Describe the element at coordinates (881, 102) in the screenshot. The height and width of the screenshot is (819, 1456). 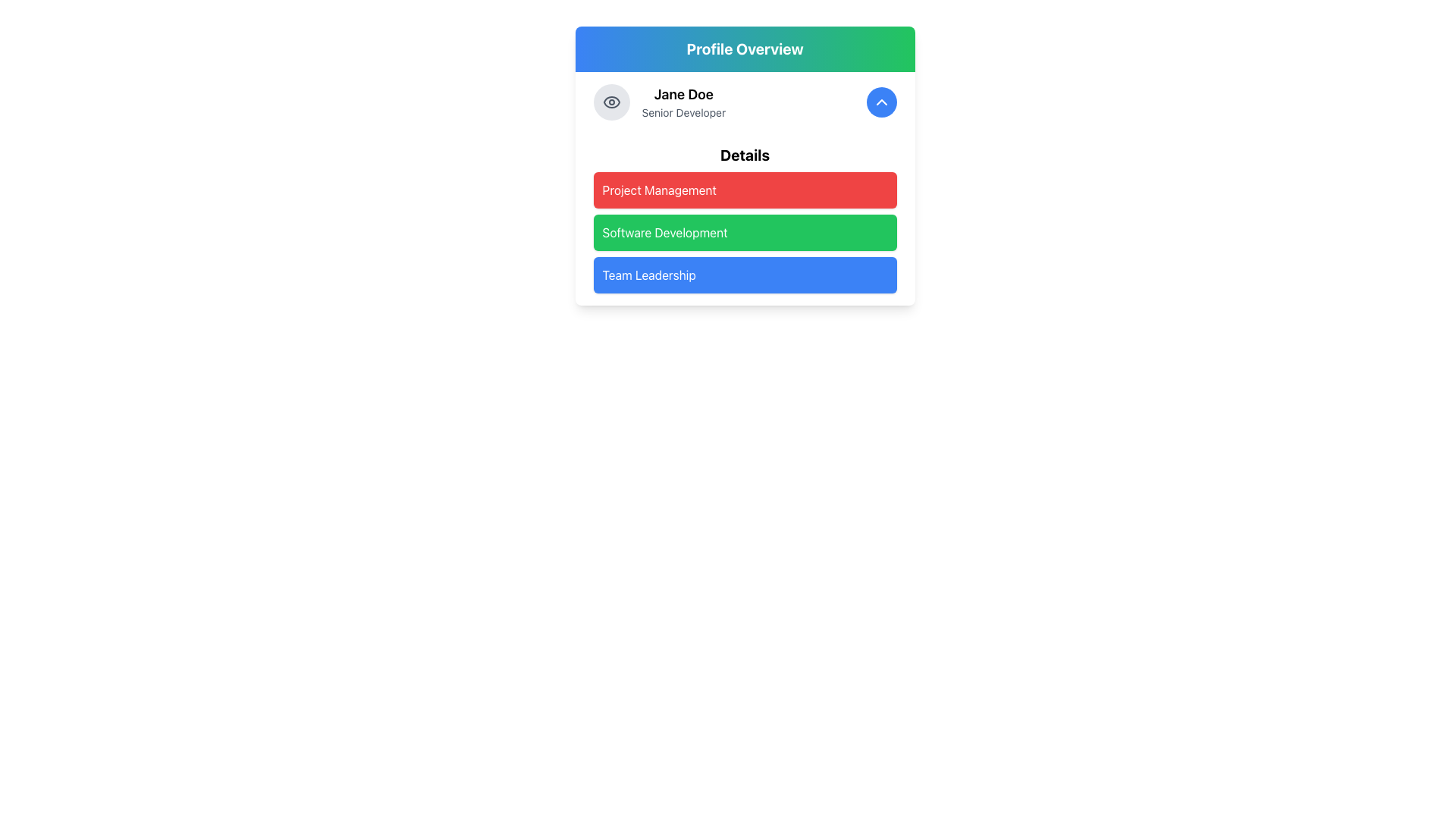
I see `the upward arrow icon located in the upper-right corner of the 'Profile Overview' card` at that location.